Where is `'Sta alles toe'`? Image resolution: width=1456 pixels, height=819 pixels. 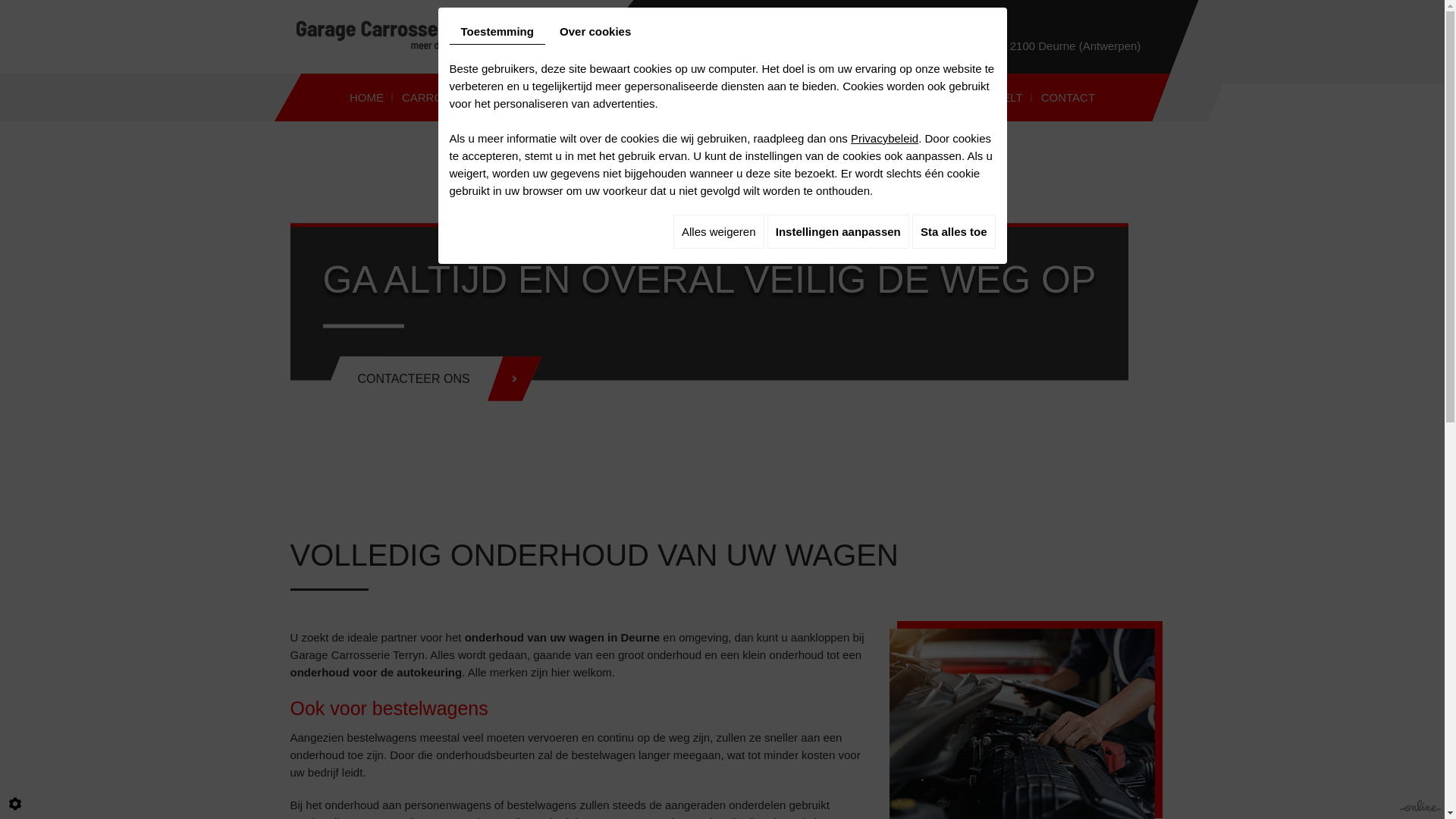 'Sta alles toe' is located at coordinates (952, 231).